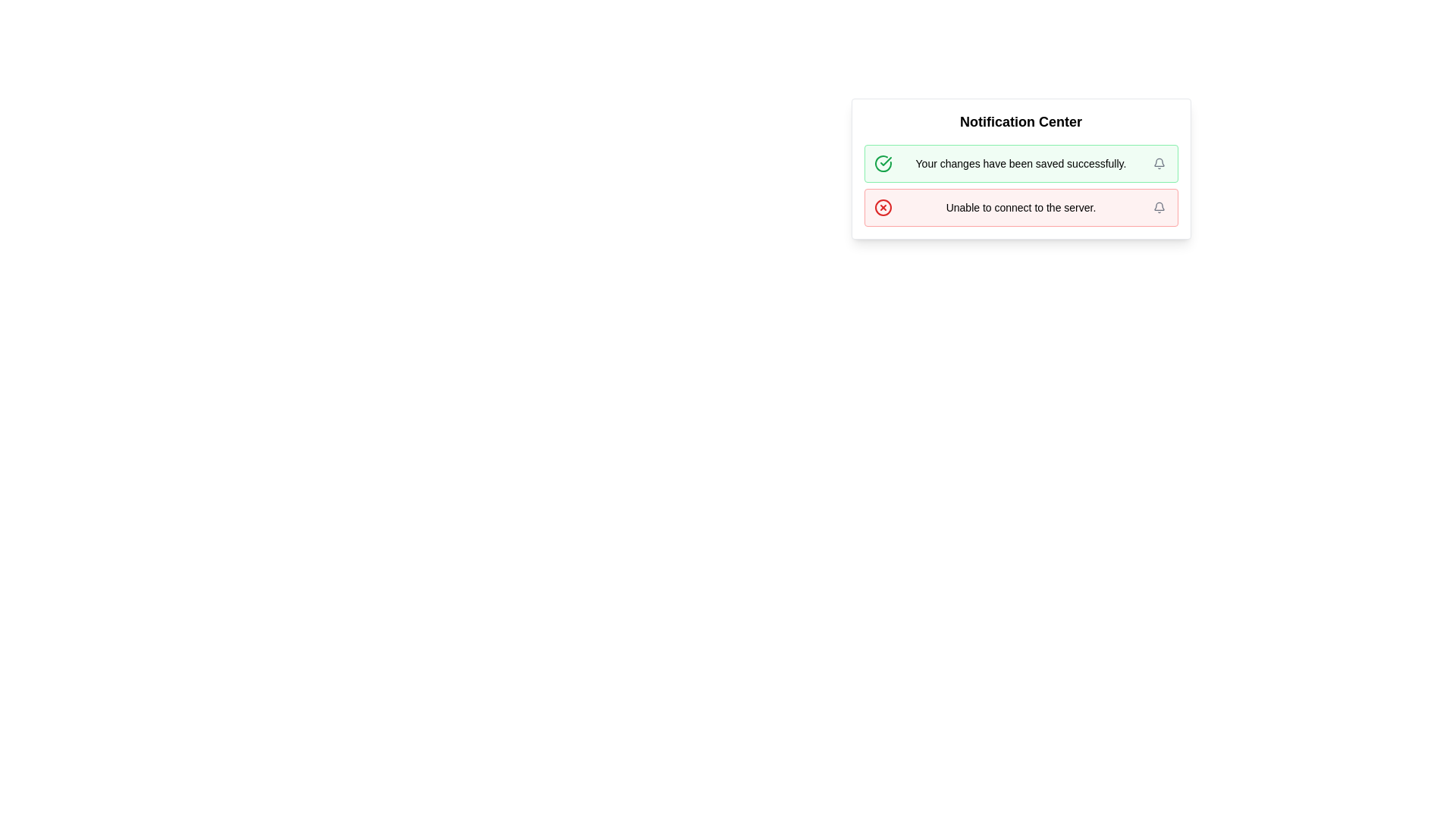 The height and width of the screenshot is (819, 1456). I want to click on the error notification text label located next to the alert icon in the Notification Center, so click(1021, 207).